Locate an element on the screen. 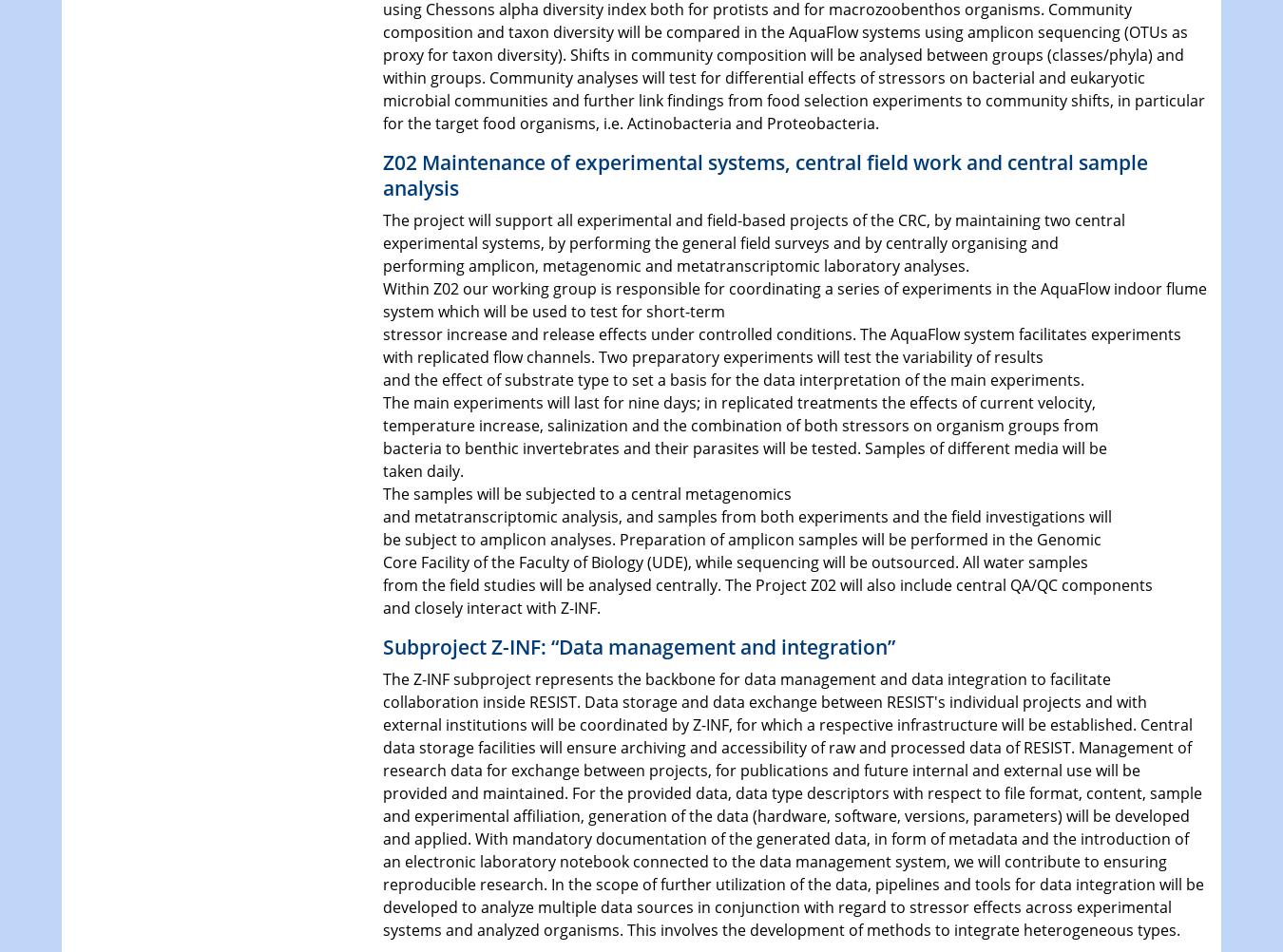 The height and width of the screenshot is (952, 1283). 'and closely interact with Z-INF.' is located at coordinates (489, 605).